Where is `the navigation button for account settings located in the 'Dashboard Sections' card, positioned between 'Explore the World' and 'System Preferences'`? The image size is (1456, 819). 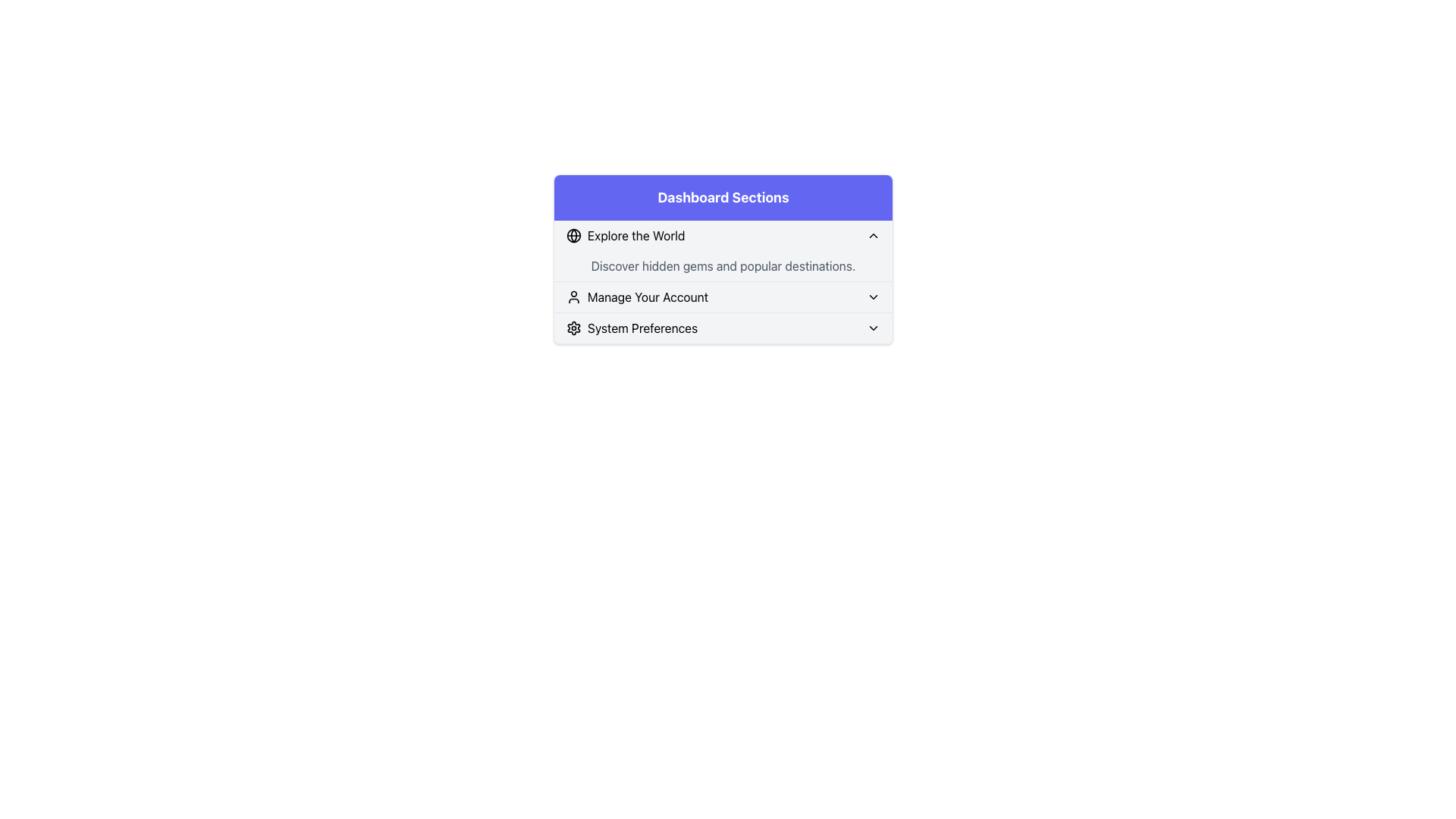
the navigation button for account settings located in the 'Dashboard Sections' card, positioned between 'Explore the World' and 'System Preferences' is located at coordinates (723, 297).